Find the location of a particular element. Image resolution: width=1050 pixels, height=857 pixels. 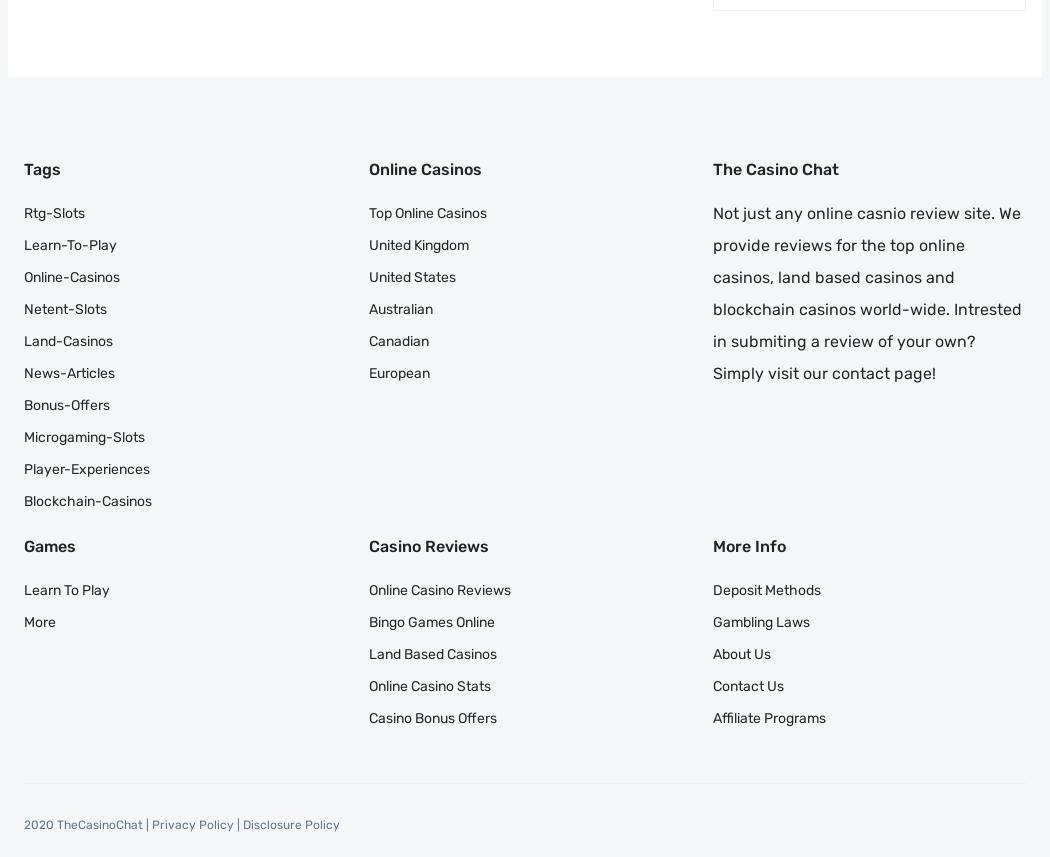

'Online Casinos' is located at coordinates (423, 168).